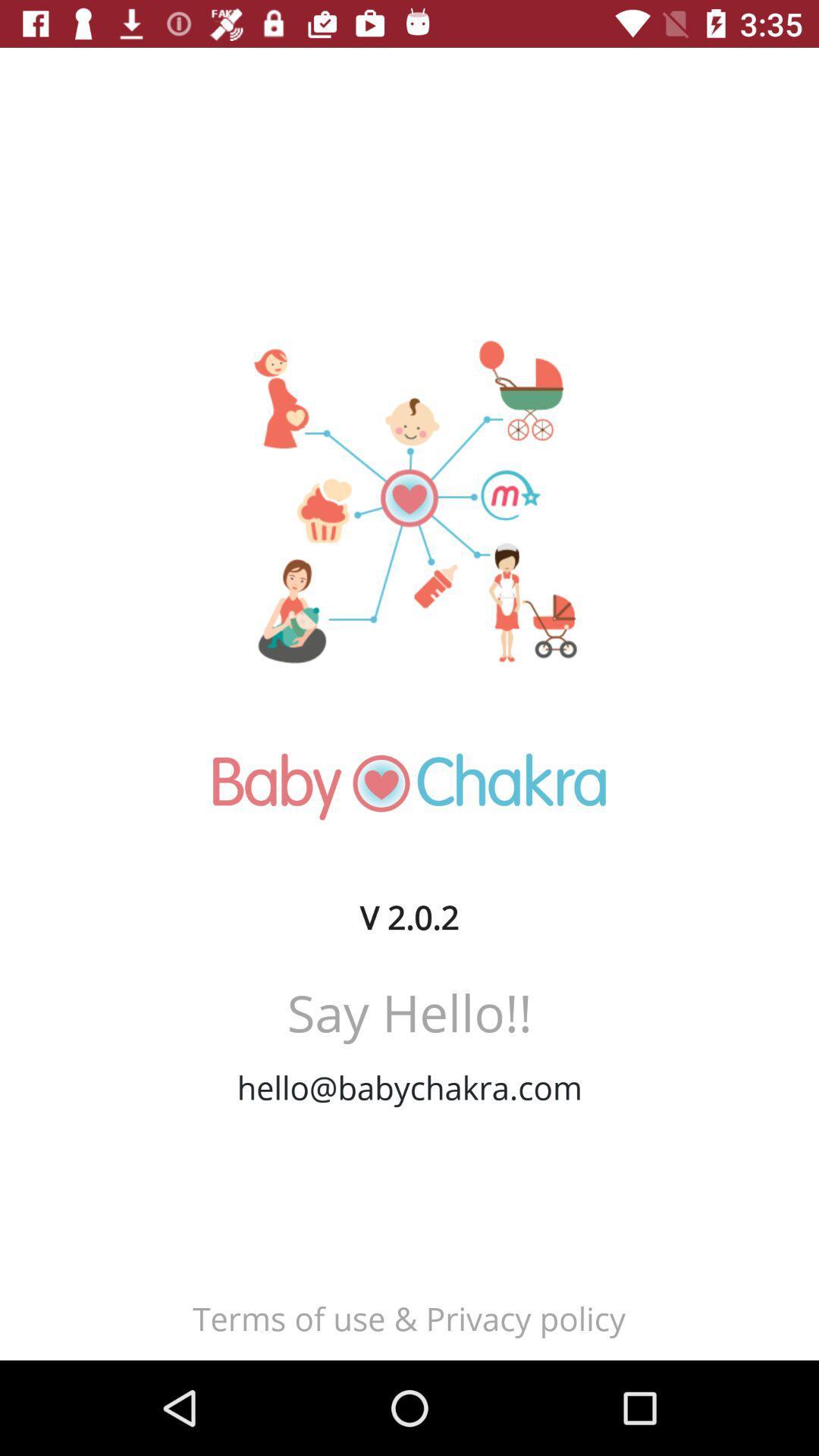  Describe the element at coordinates (408, 1317) in the screenshot. I see `the icon below the hello@babychakra.com` at that location.